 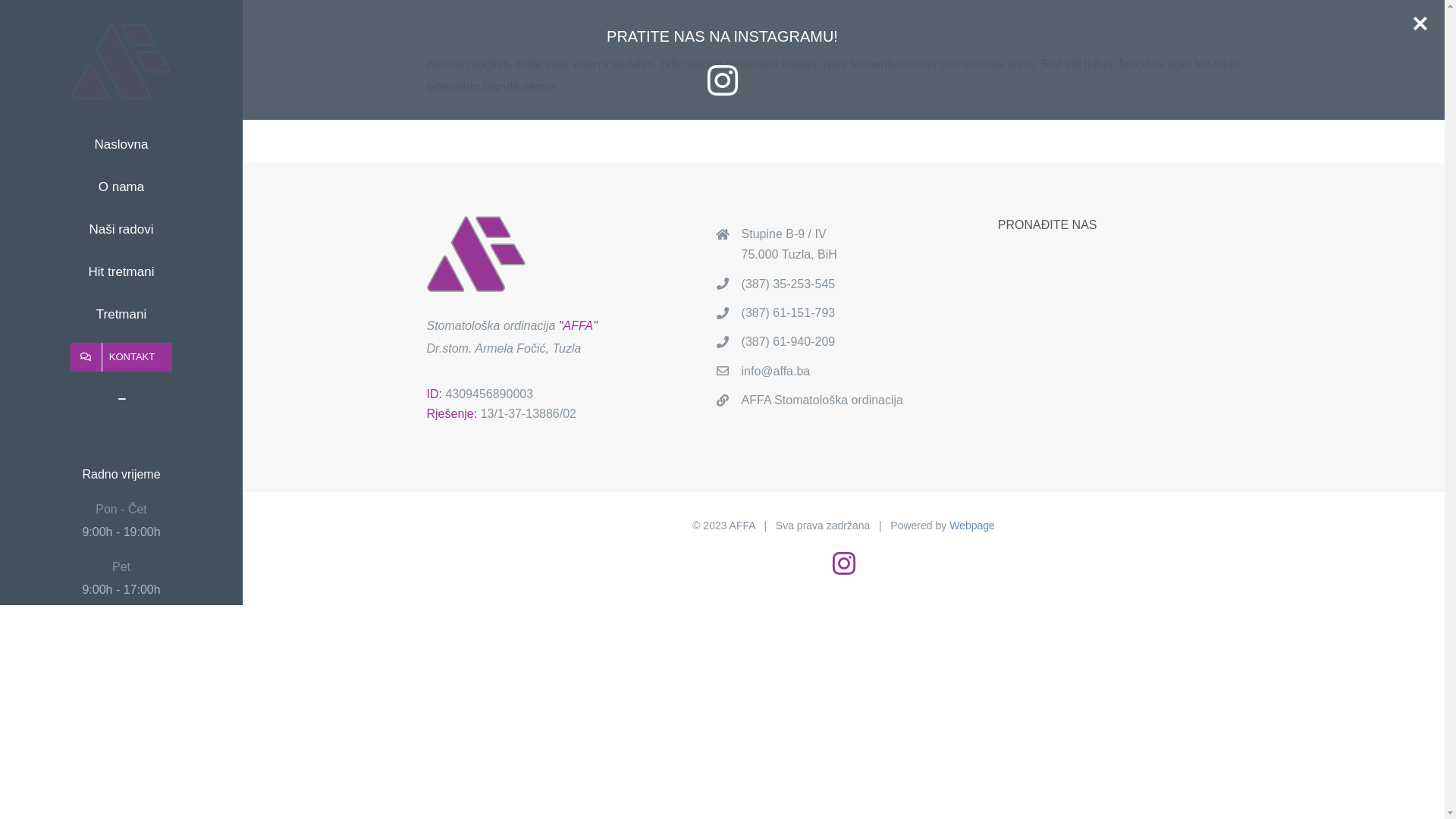 I want to click on 'Close Sliding Bar Area', so click(x=1415, y=15).